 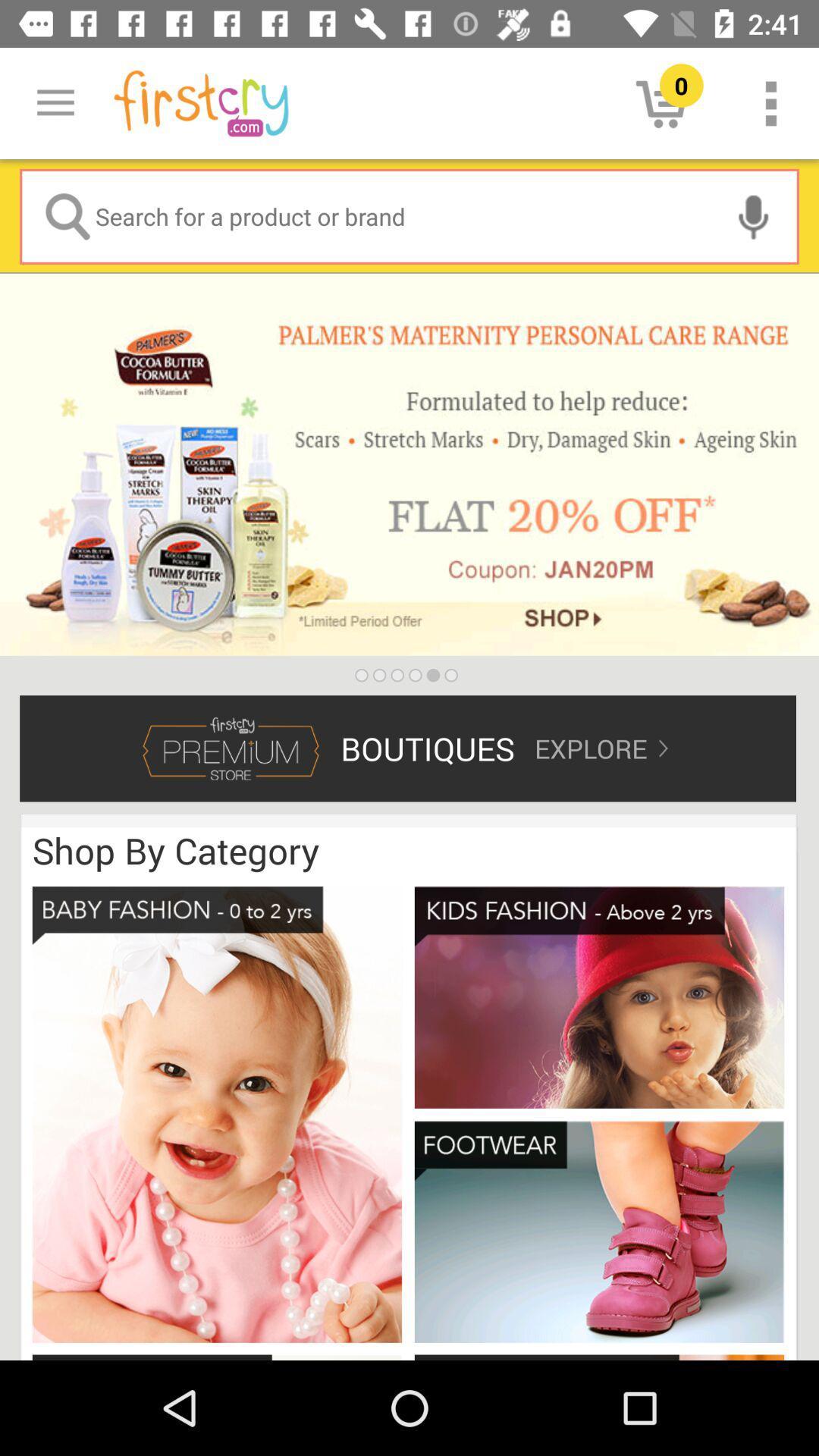 I want to click on the microphone icon, so click(x=753, y=215).